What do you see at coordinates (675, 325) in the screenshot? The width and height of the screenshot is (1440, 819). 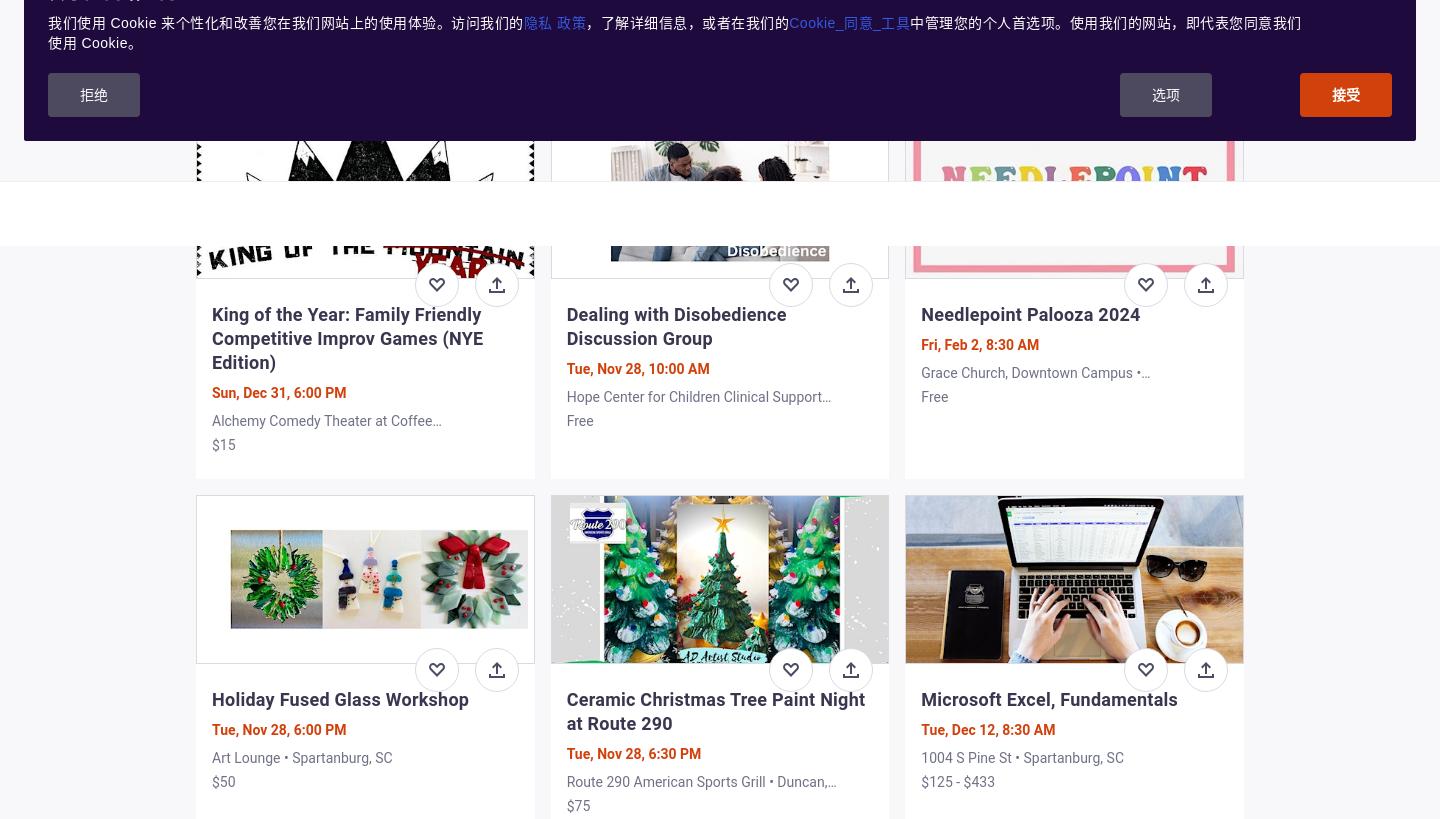 I see `'Dealing with Disobedience Discussion Group'` at bounding box center [675, 325].